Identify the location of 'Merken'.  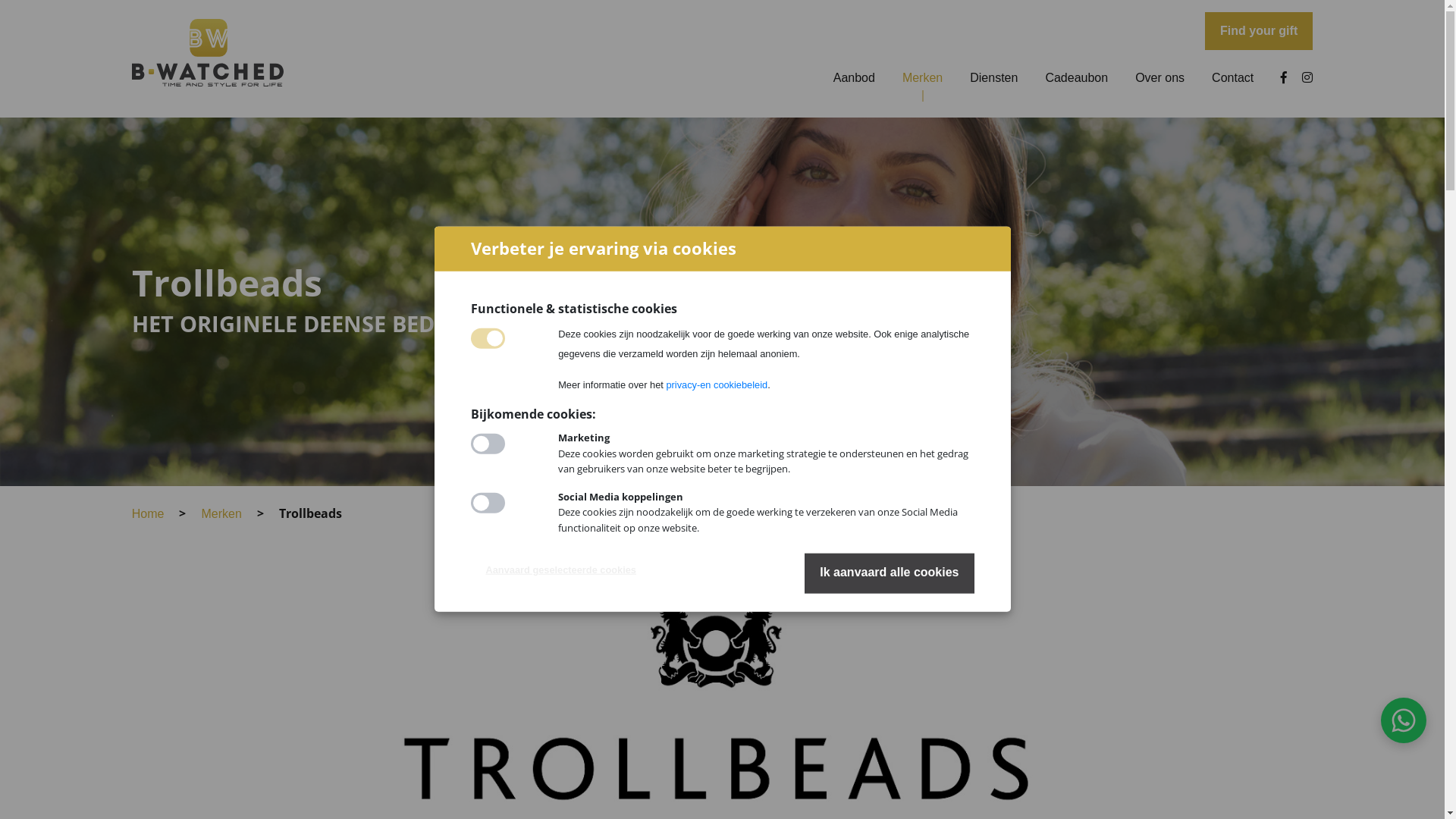
(921, 77).